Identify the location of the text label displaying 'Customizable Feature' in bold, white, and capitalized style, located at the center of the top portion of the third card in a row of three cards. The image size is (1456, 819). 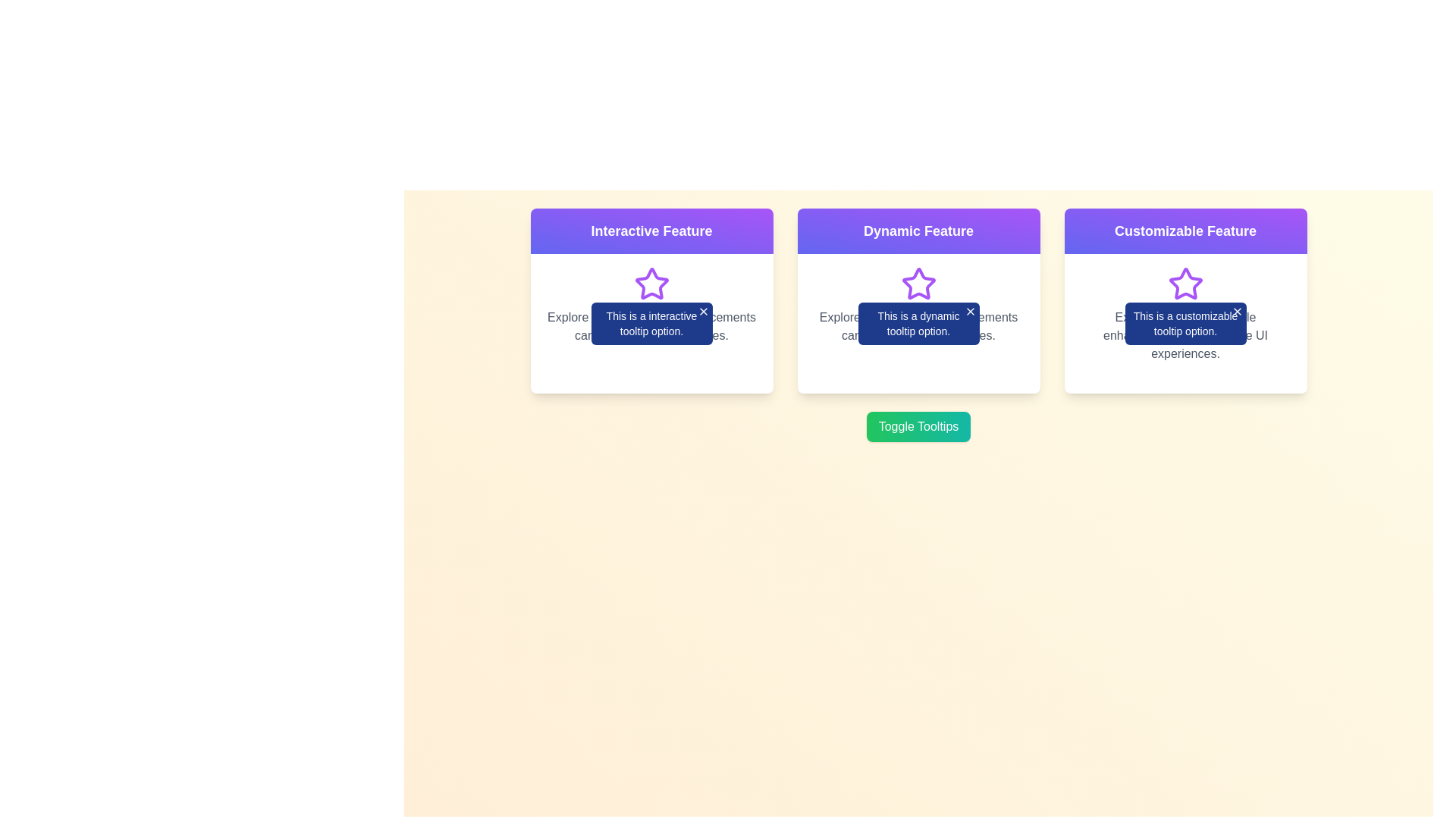
(1185, 231).